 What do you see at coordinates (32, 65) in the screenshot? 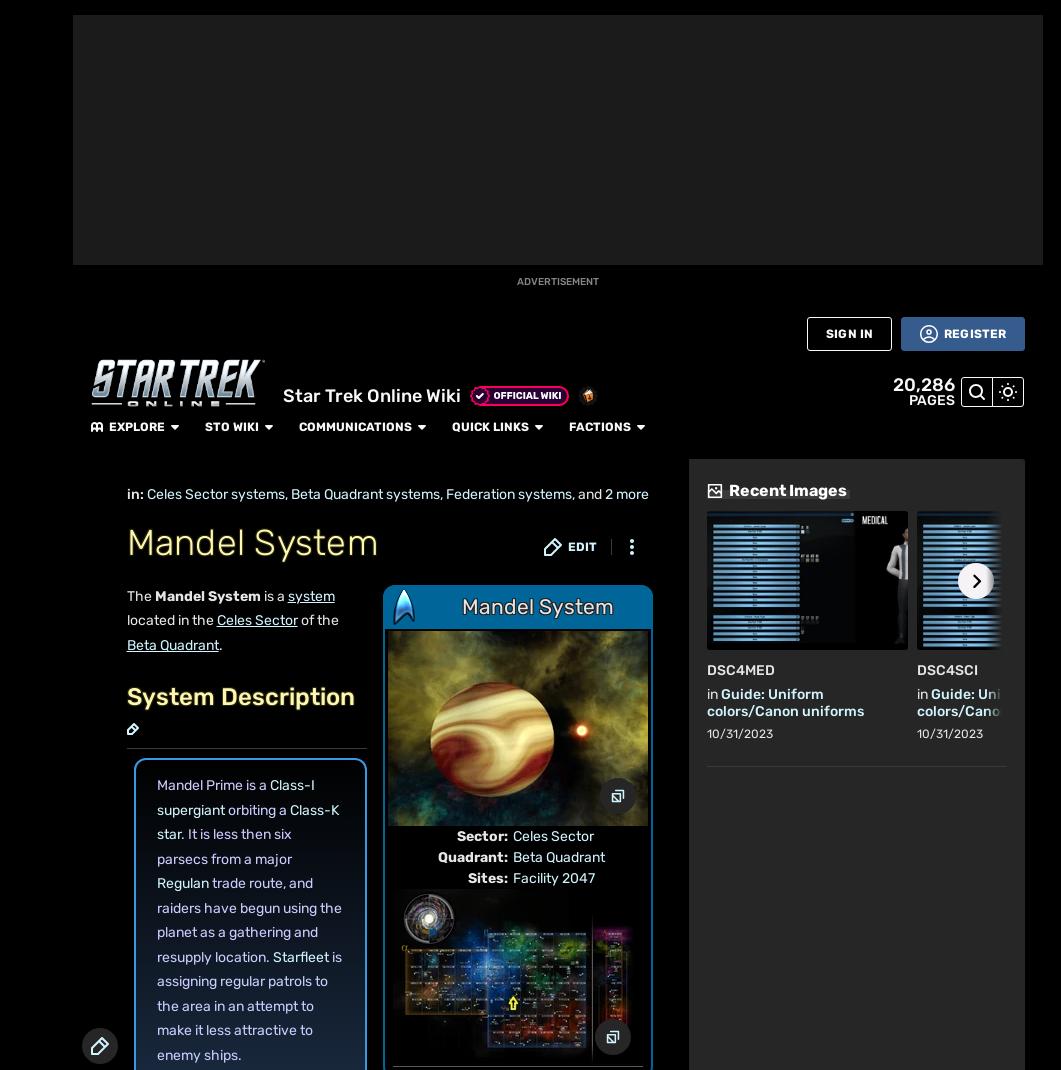
I see `'FANDOM'` at bounding box center [32, 65].